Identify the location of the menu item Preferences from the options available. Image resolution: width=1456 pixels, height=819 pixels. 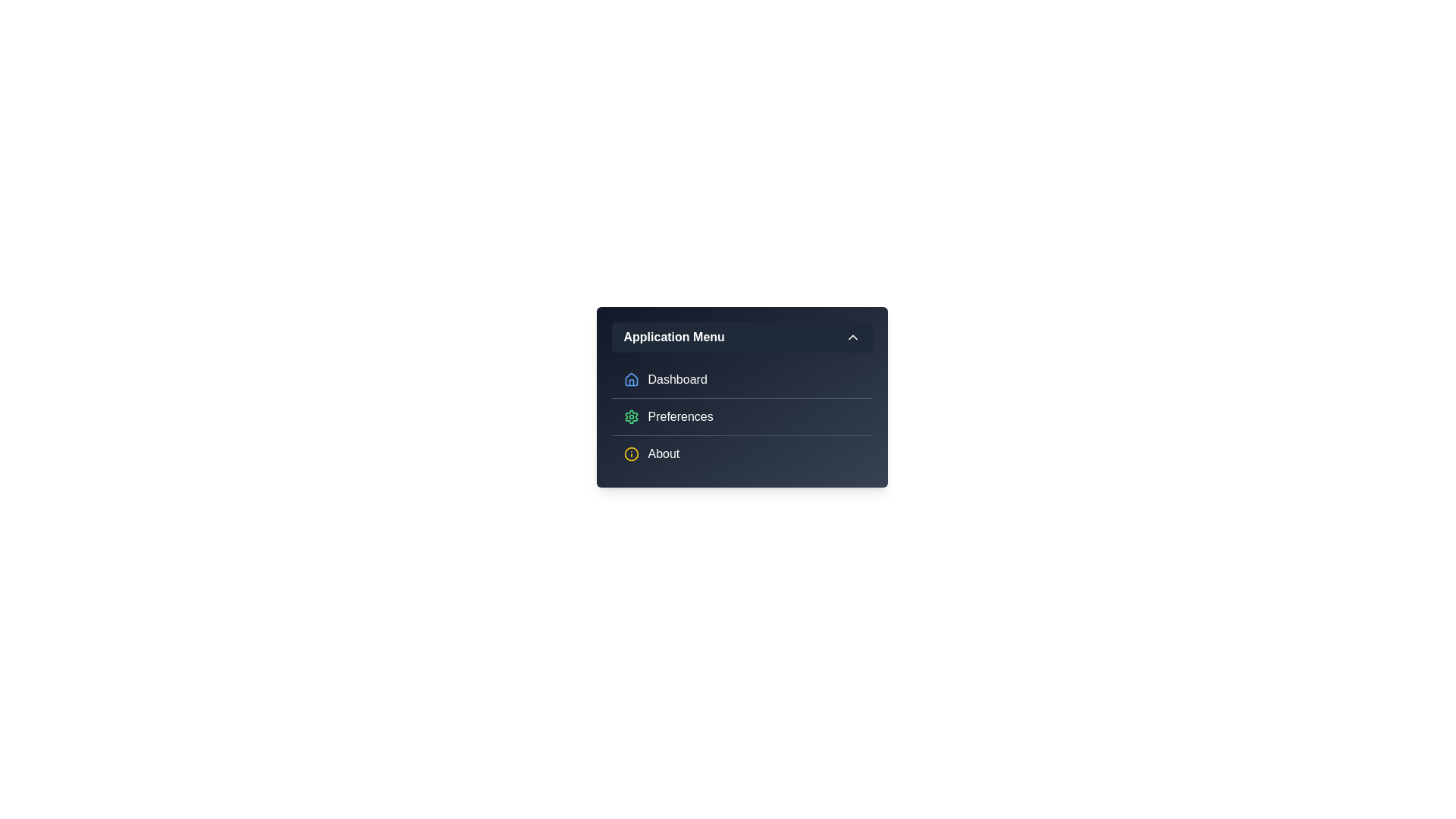
(742, 416).